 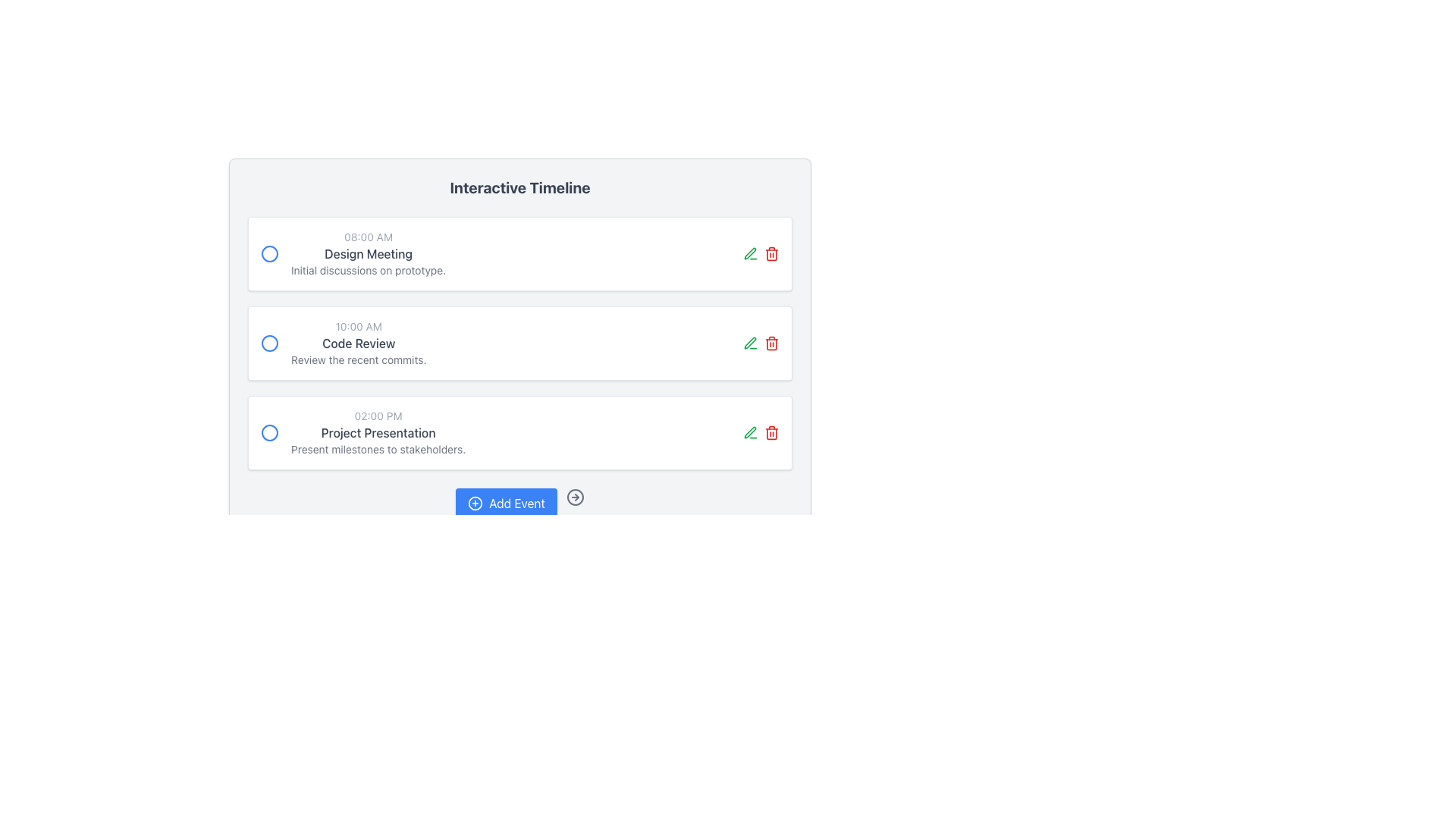 I want to click on the green-colored pen icon of the Interactive Icons (Edit and Delete) located at the top-right corner of the 'Project Presentation' item, so click(x=761, y=432).